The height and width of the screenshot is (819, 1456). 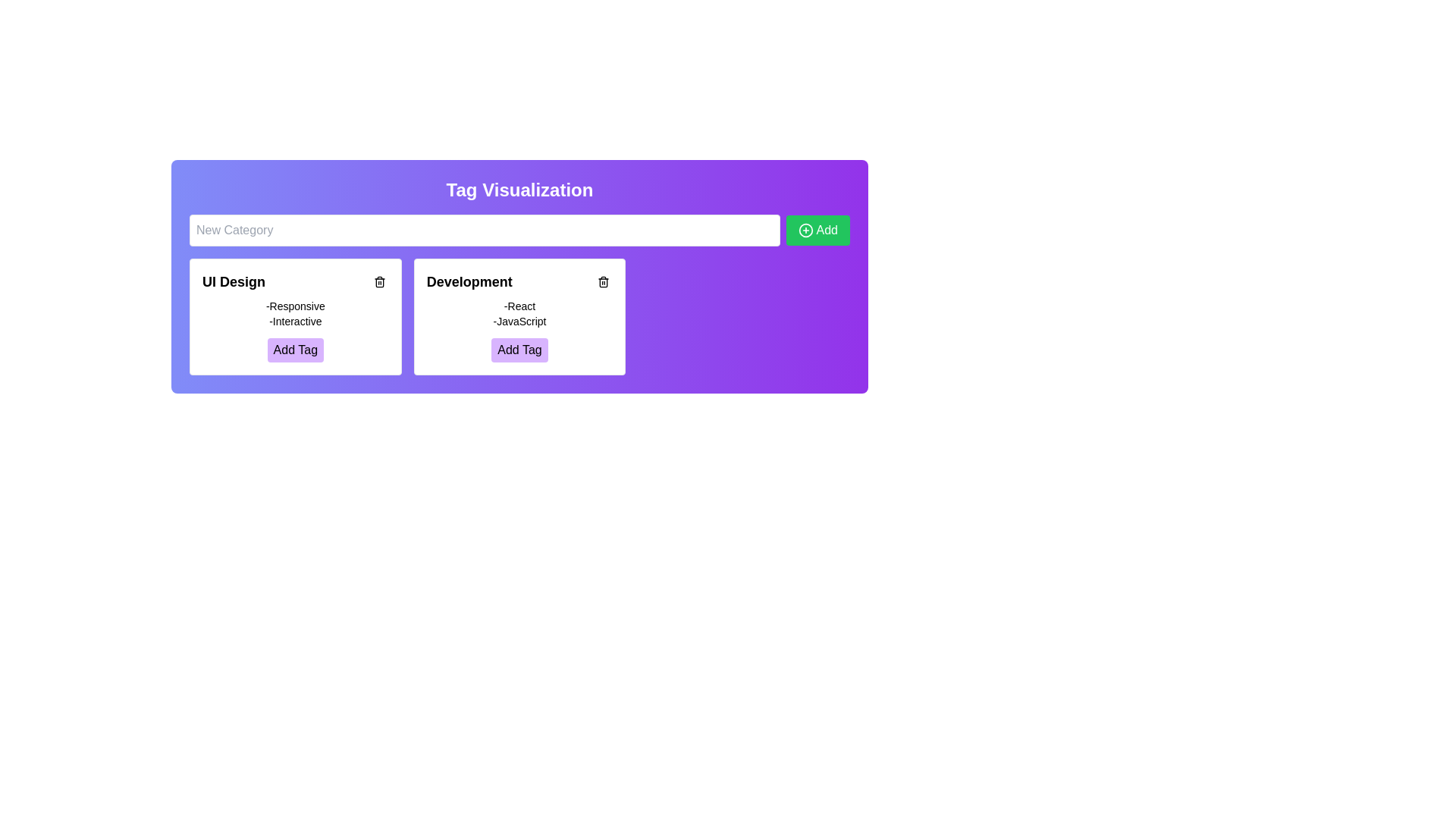 What do you see at coordinates (805, 231) in the screenshot?
I see `the 'add' icon located within the green button adjacent to the input field` at bounding box center [805, 231].